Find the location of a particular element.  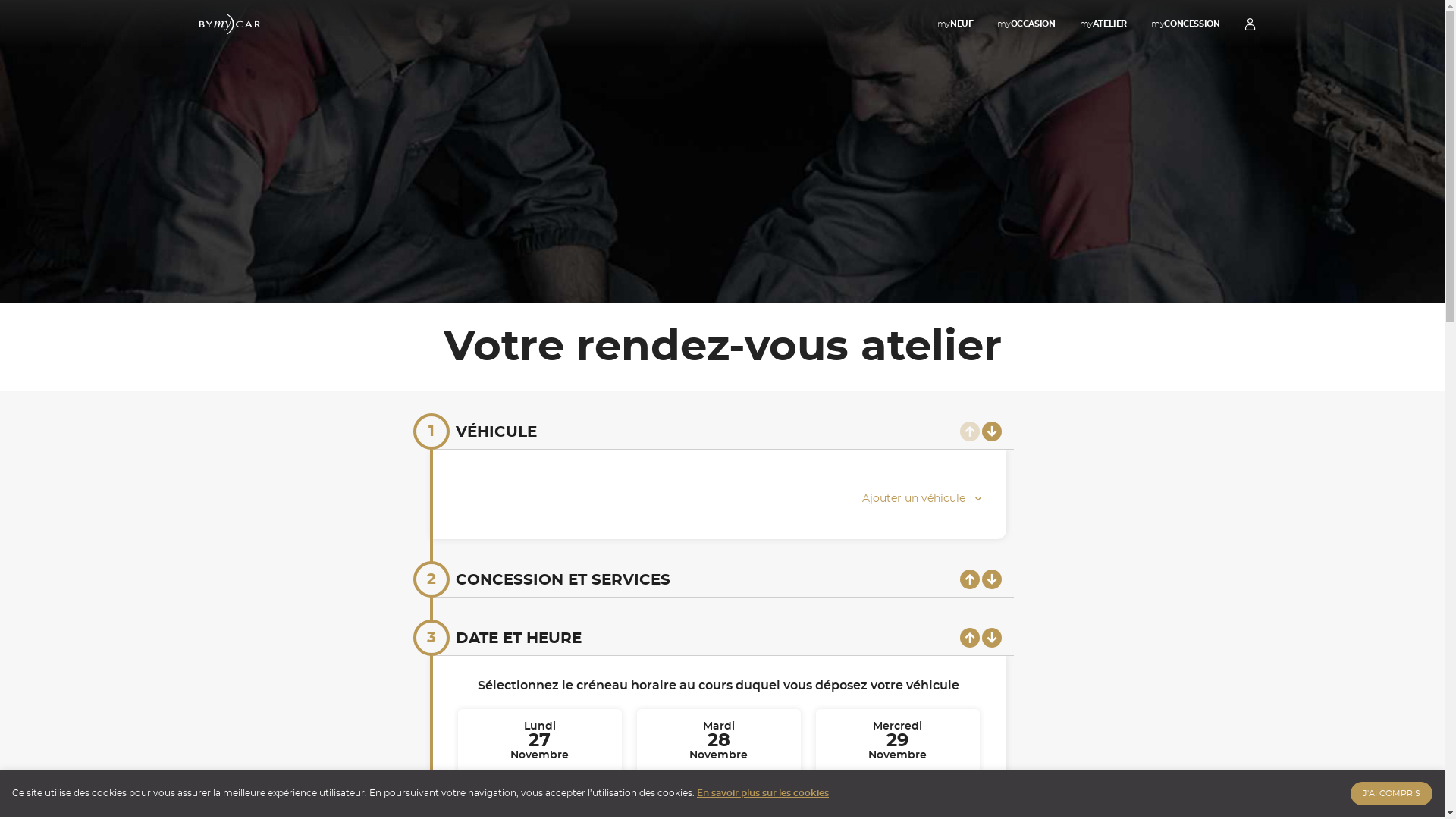

'3' is located at coordinates (429, 637).